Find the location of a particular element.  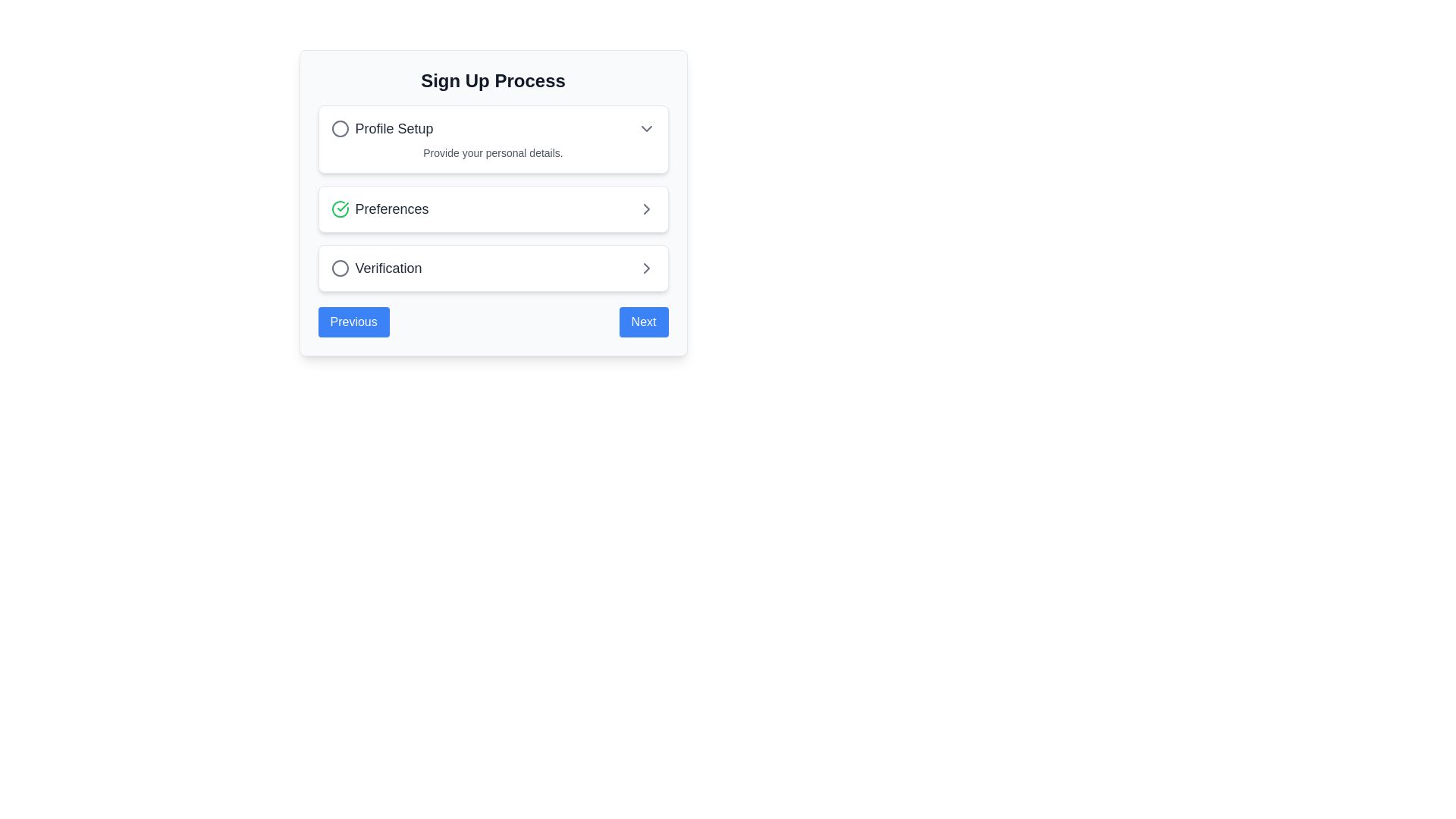

the 'Verification' text label, which is bold and dark gray, positioned in the step-by-step navigation component is located at coordinates (388, 268).